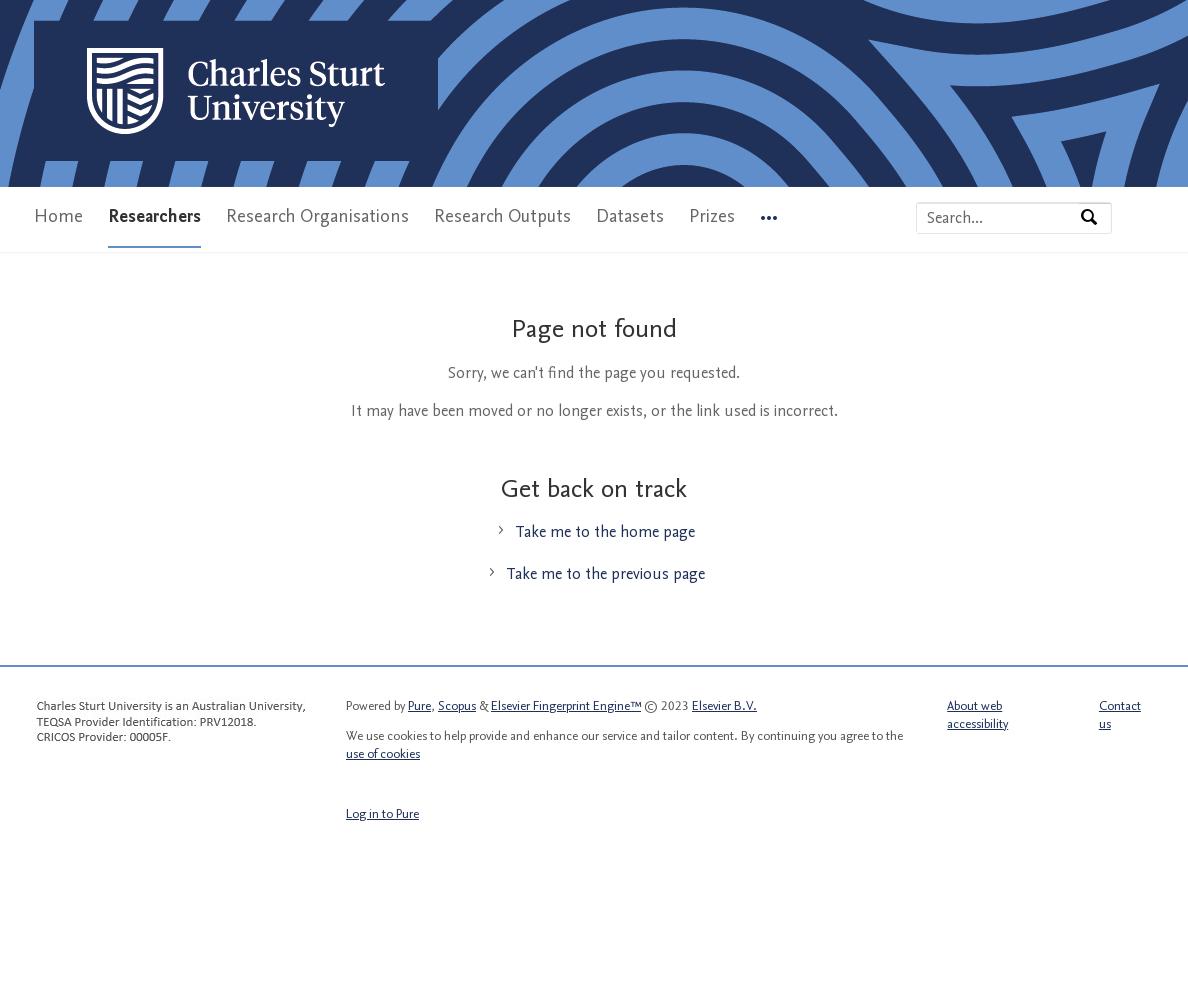  What do you see at coordinates (483, 704) in the screenshot?
I see `'&'` at bounding box center [483, 704].